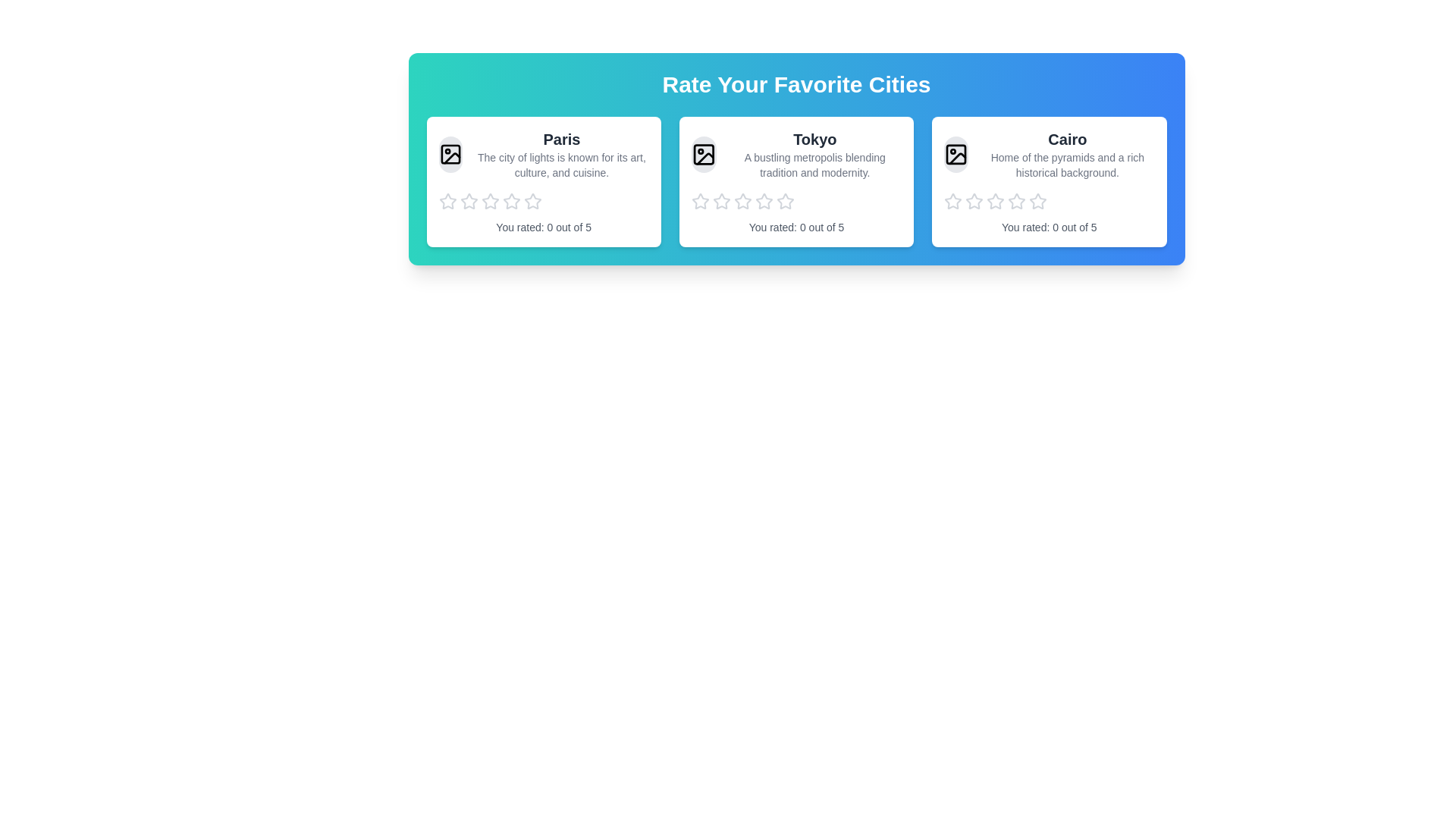 The width and height of the screenshot is (1456, 819). Describe the element at coordinates (560, 165) in the screenshot. I see `the text label that reads 'The city of lights is known for its art, culture, and cuisine.' which is styled in light-gray color and positioned below the heading 'Paris' in the leftmost card` at that location.